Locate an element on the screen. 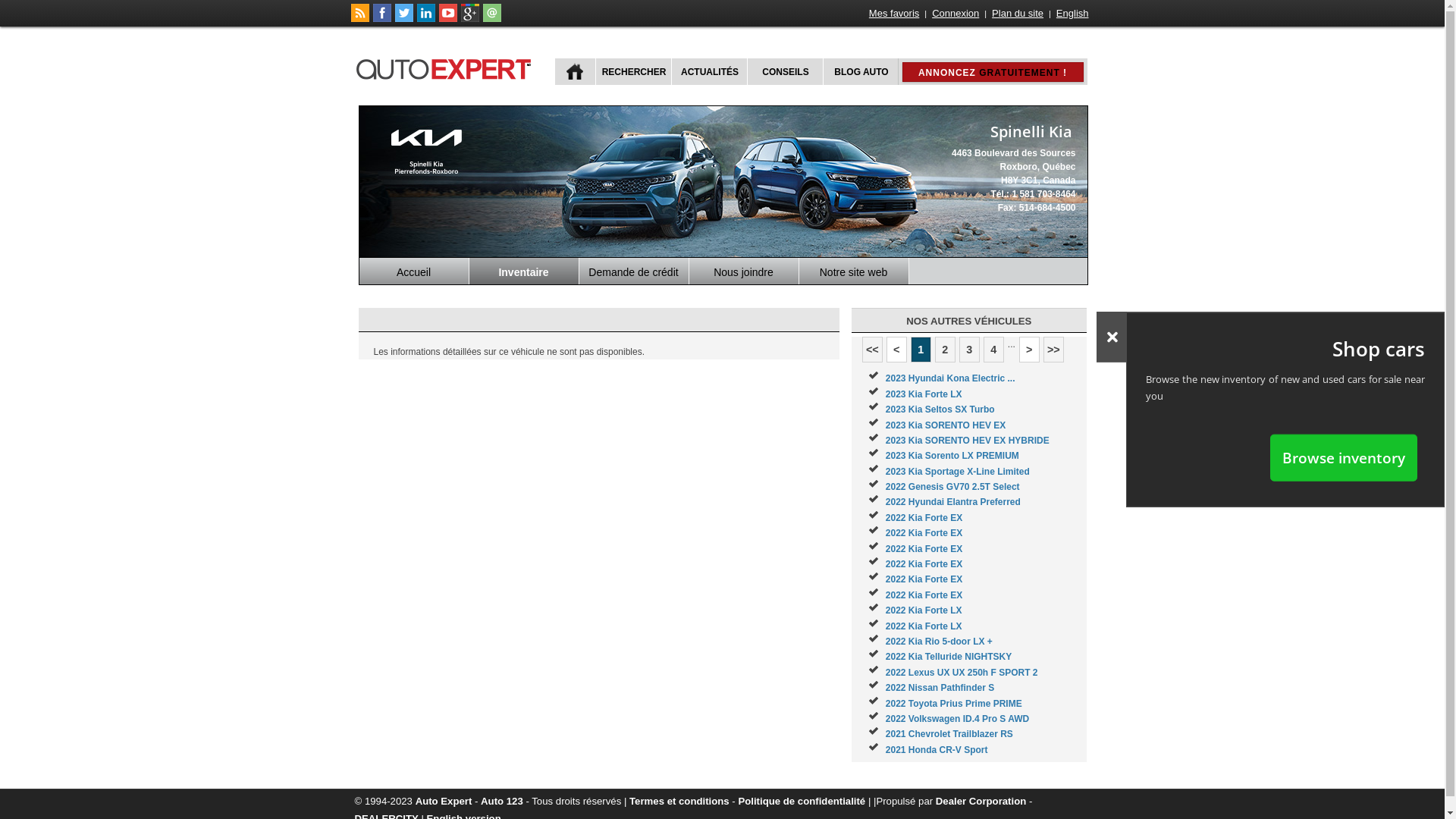 The width and height of the screenshot is (1456, 819). 'RECHERCHER' is located at coordinates (632, 71).